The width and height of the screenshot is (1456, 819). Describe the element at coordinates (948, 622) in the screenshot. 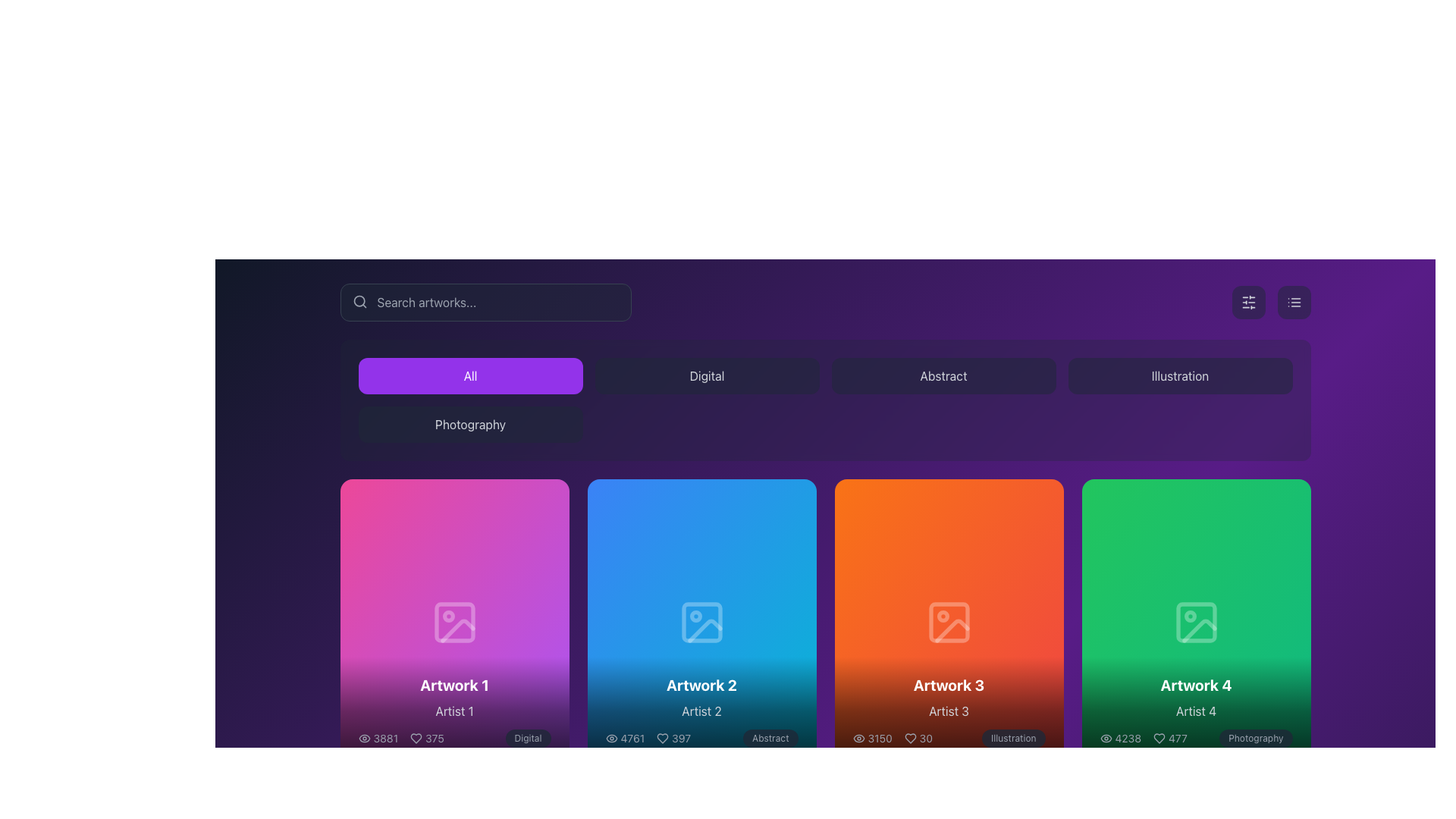

I see `the icon representing an illustration, which is located in the third card of four cards with an orange background` at that location.